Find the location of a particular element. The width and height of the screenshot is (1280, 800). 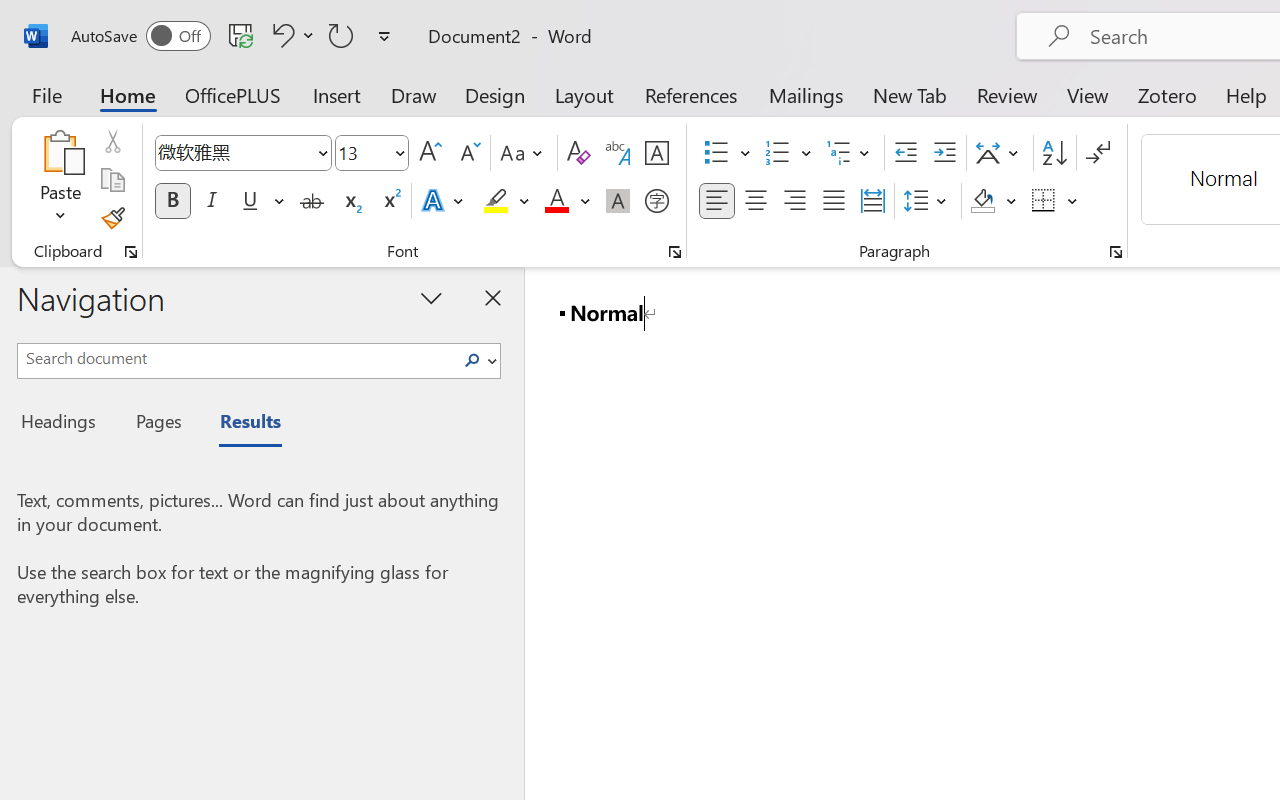

'Line and Paragraph Spacing' is located at coordinates (927, 201).